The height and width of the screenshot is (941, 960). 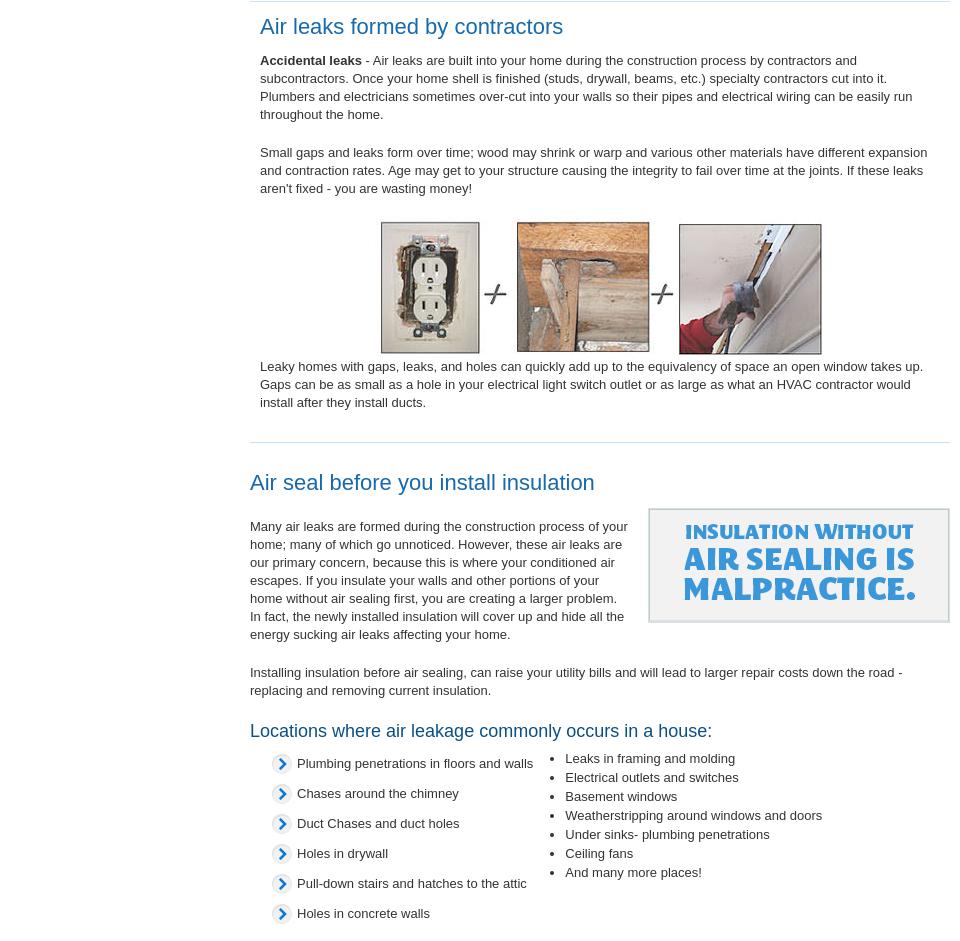 What do you see at coordinates (342, 852) in the screenshot?
I see `'Holes in drywall'` at bounding box center [342, 852].